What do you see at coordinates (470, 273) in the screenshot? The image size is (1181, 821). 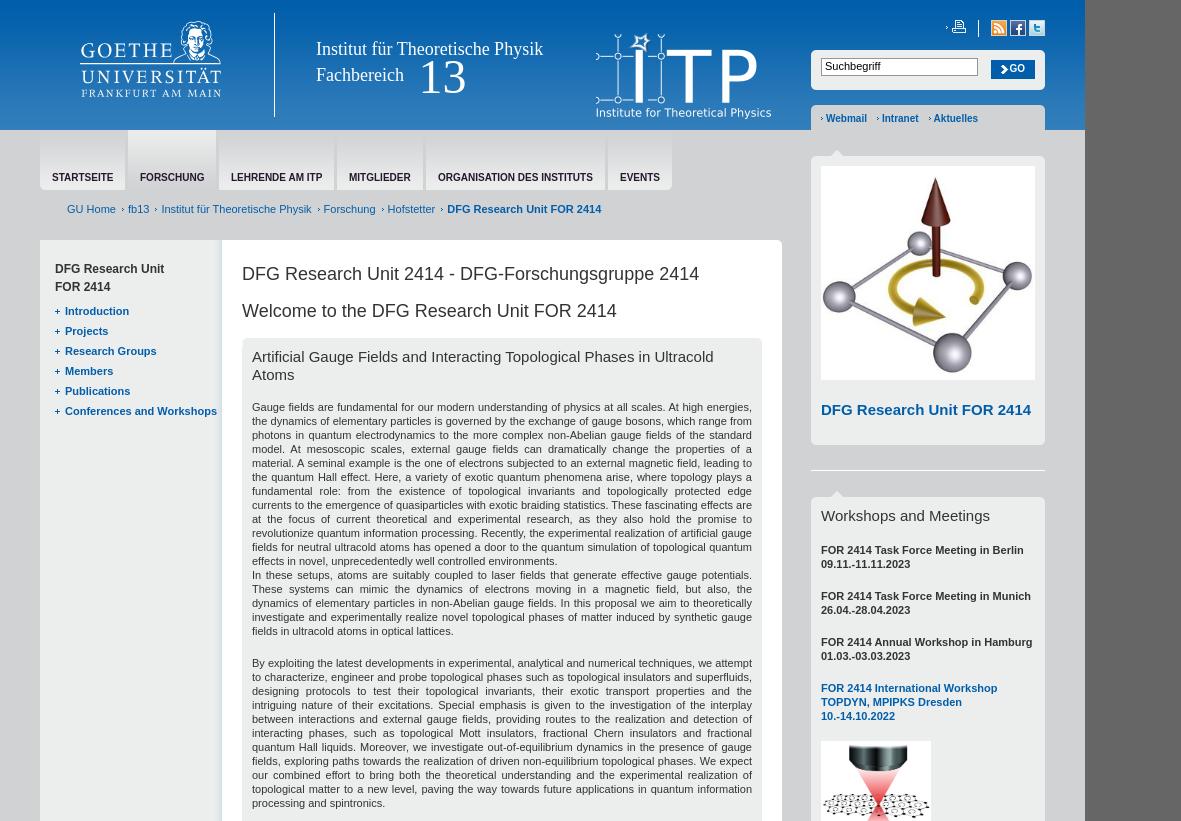 I see `'DFG Research Unit 2414 - DFG-Forschungsgruppe 2414'` at bounding box center [470, 273].